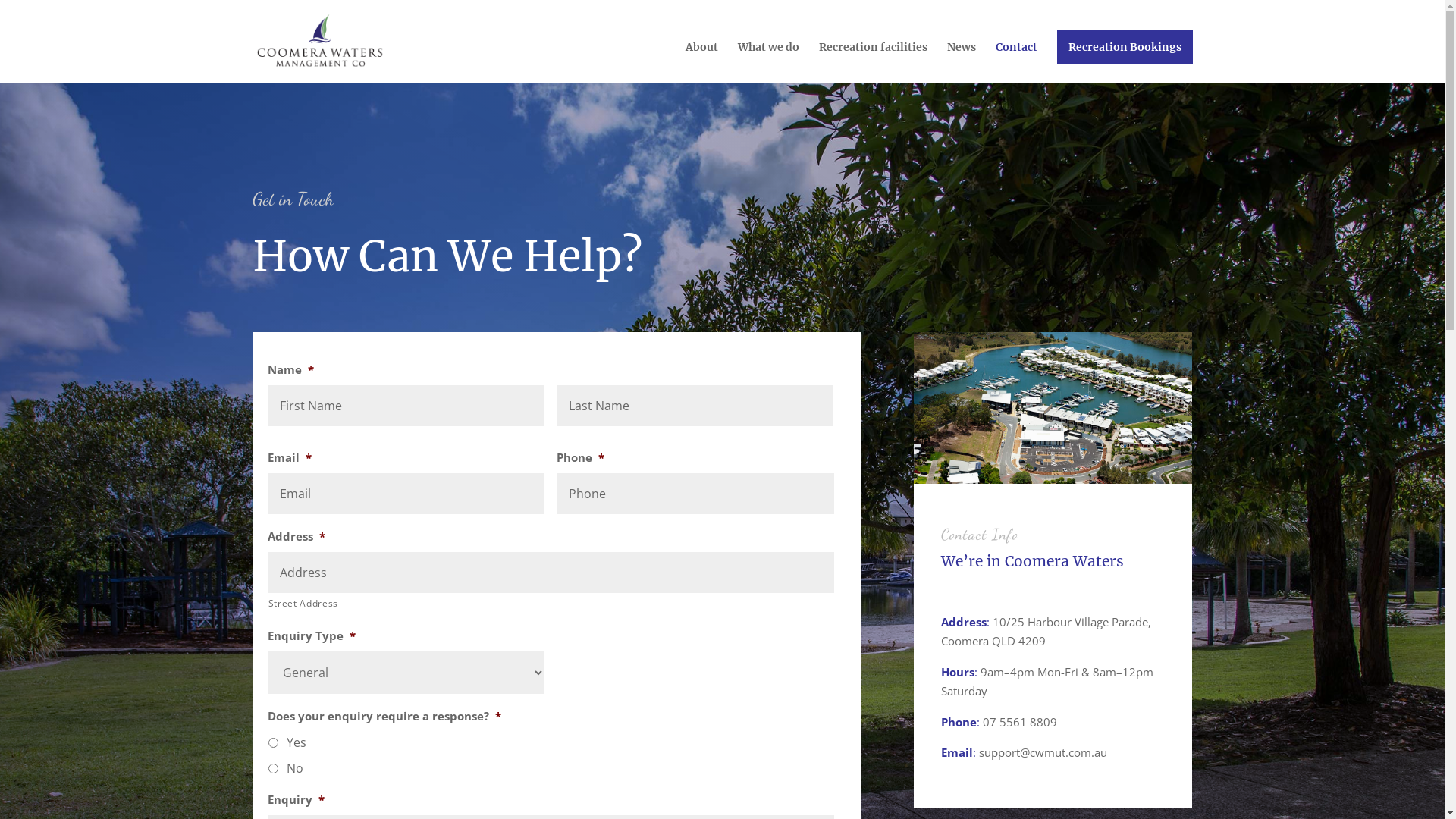 Image resolution: width=1456 pixels, height=819 pixels. I want to click on 'Recreation Bookings', so click(1125, 45).